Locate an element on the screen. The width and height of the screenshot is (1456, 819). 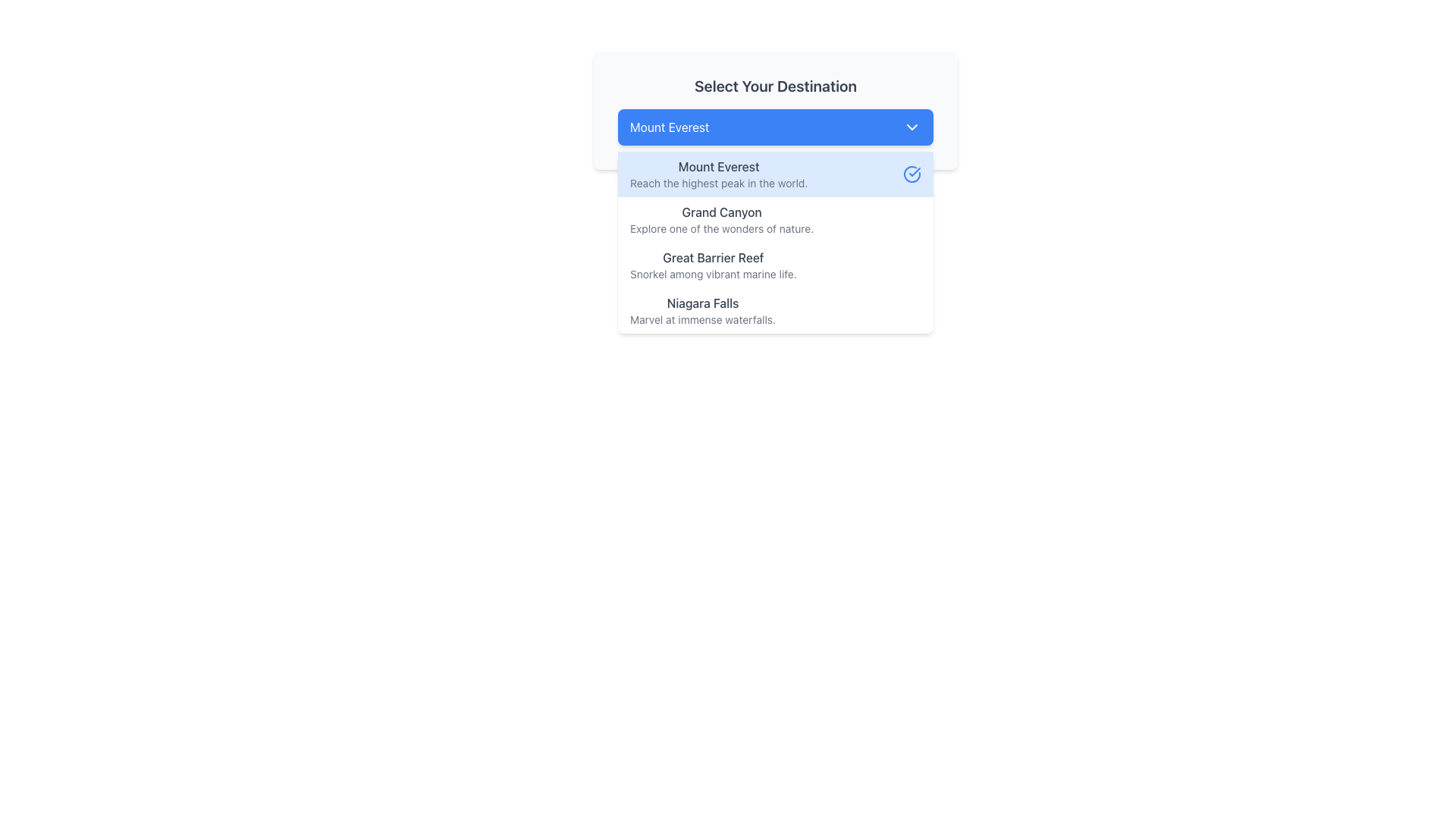
the dropdown button located below the title 'Select Your Destination' in the card-style component is located at coordinates (775, 127).